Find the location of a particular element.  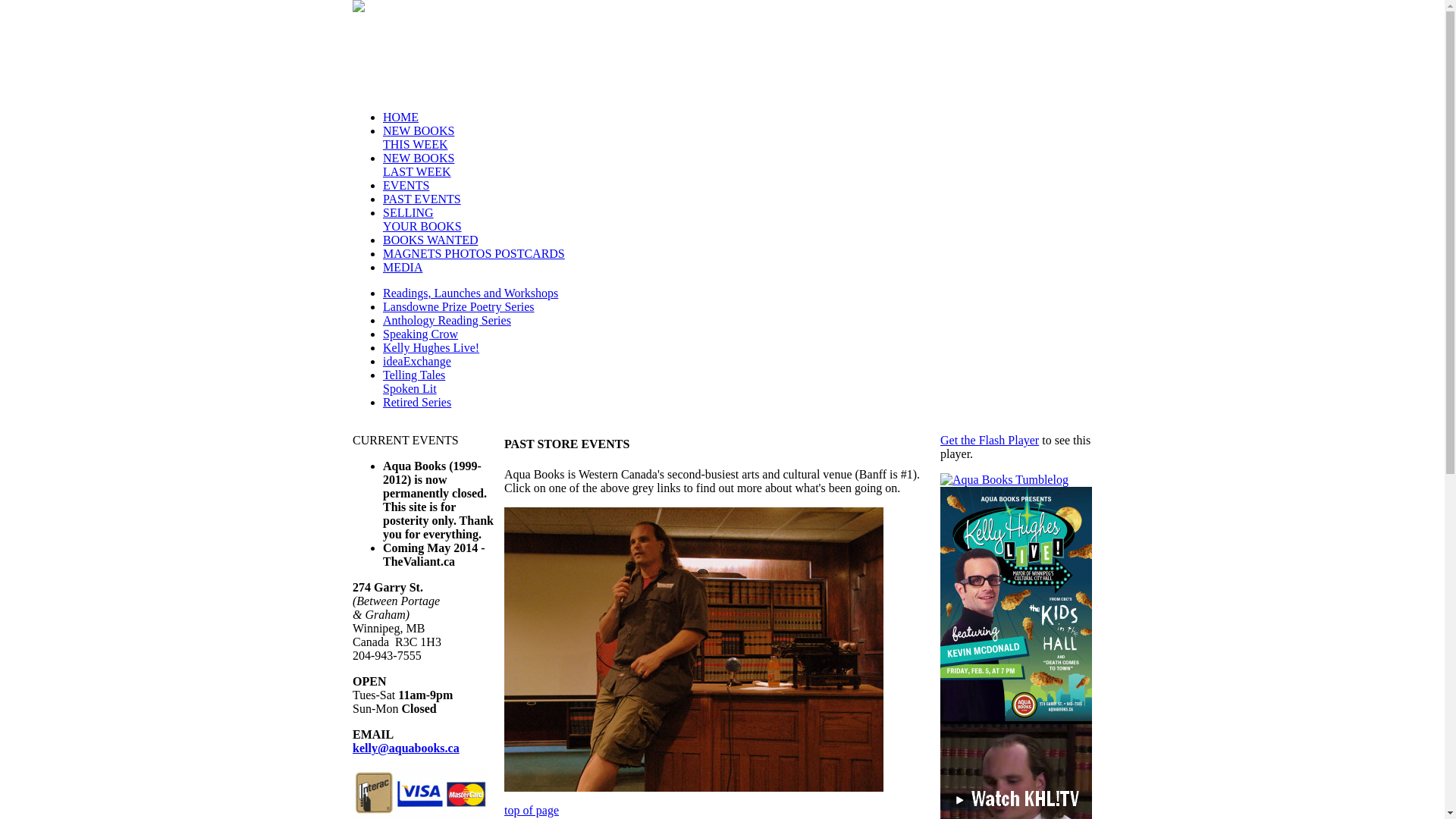

'Anthology Reading Series' is located at coordinates (382, 319).